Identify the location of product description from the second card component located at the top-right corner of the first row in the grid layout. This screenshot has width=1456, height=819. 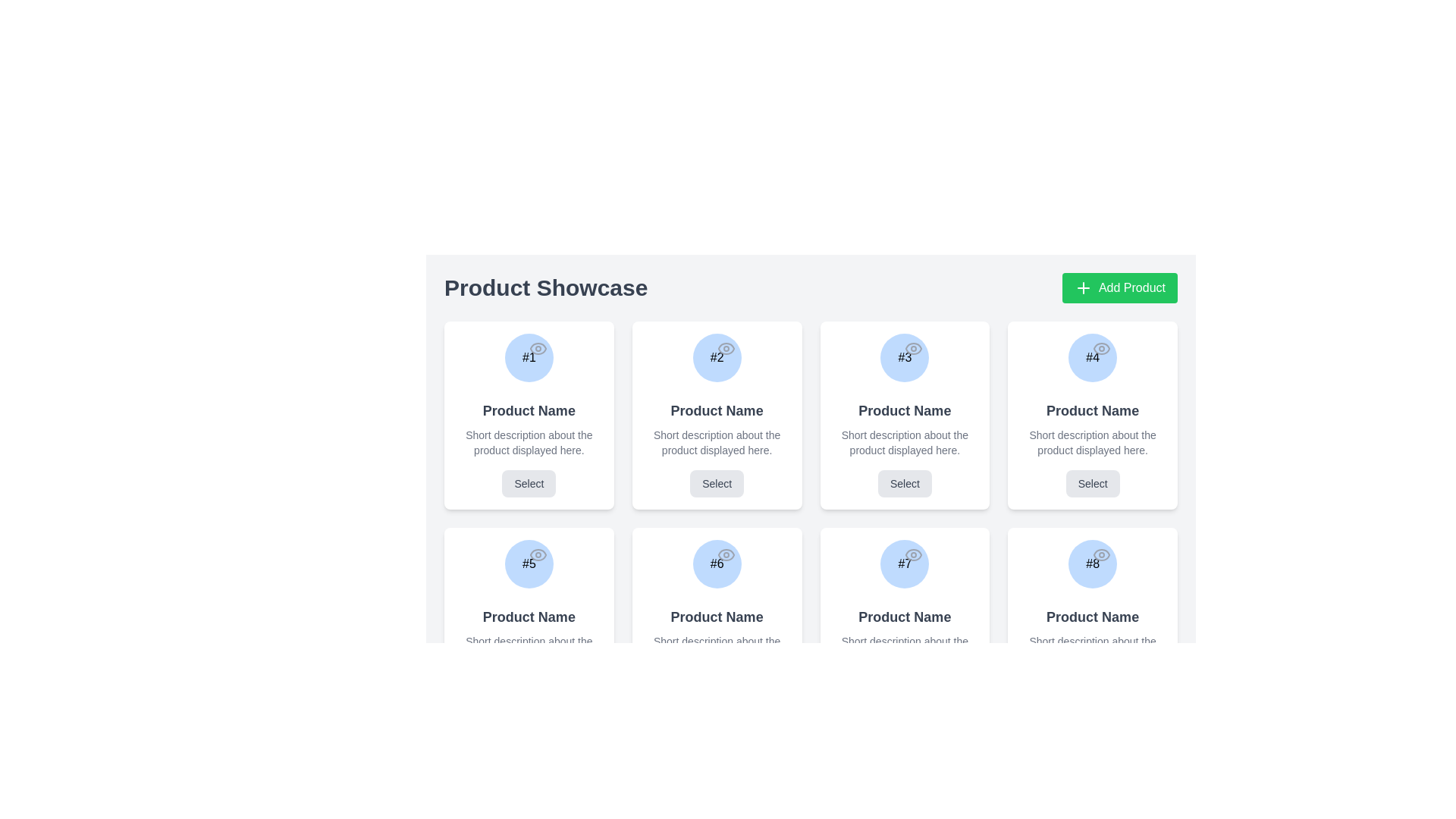
(716, 415).